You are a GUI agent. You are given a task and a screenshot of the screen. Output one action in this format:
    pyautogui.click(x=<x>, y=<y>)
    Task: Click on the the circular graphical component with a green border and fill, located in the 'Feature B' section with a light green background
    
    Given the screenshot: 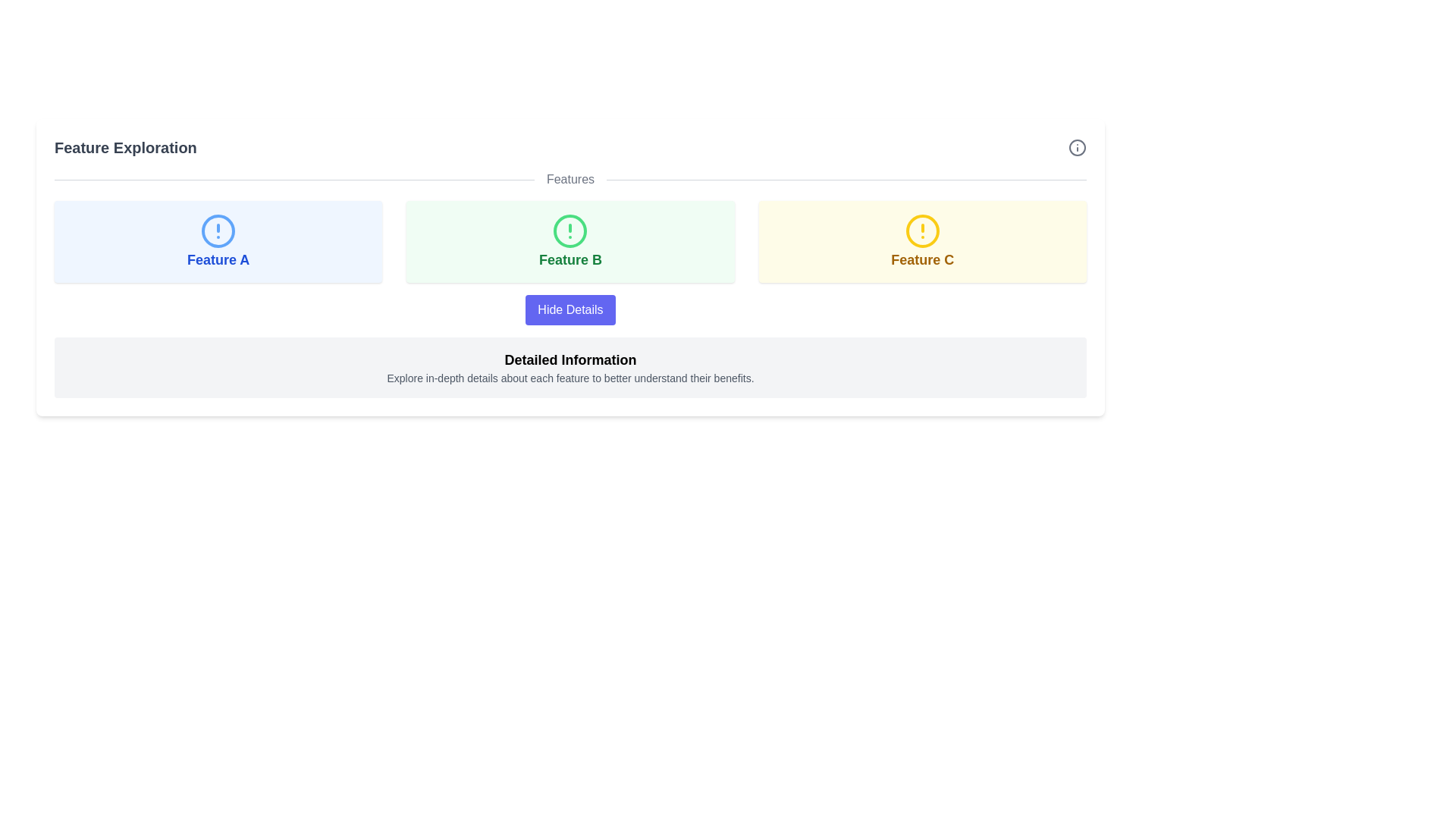 What is the action you would take?
    pyautogui.click(x=570, y=231)
    